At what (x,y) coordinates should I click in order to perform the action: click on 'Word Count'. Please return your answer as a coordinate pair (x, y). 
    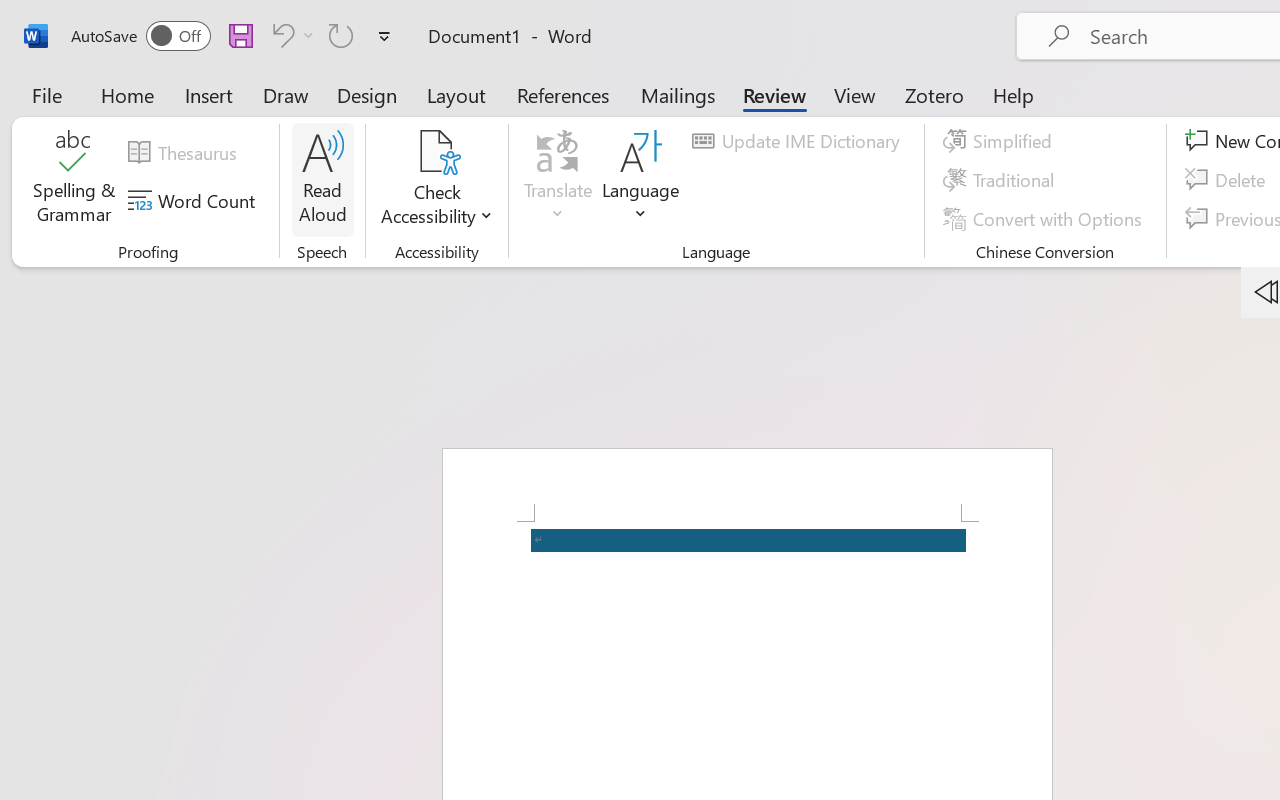
    Looking at the image, I should click on (194, 201).